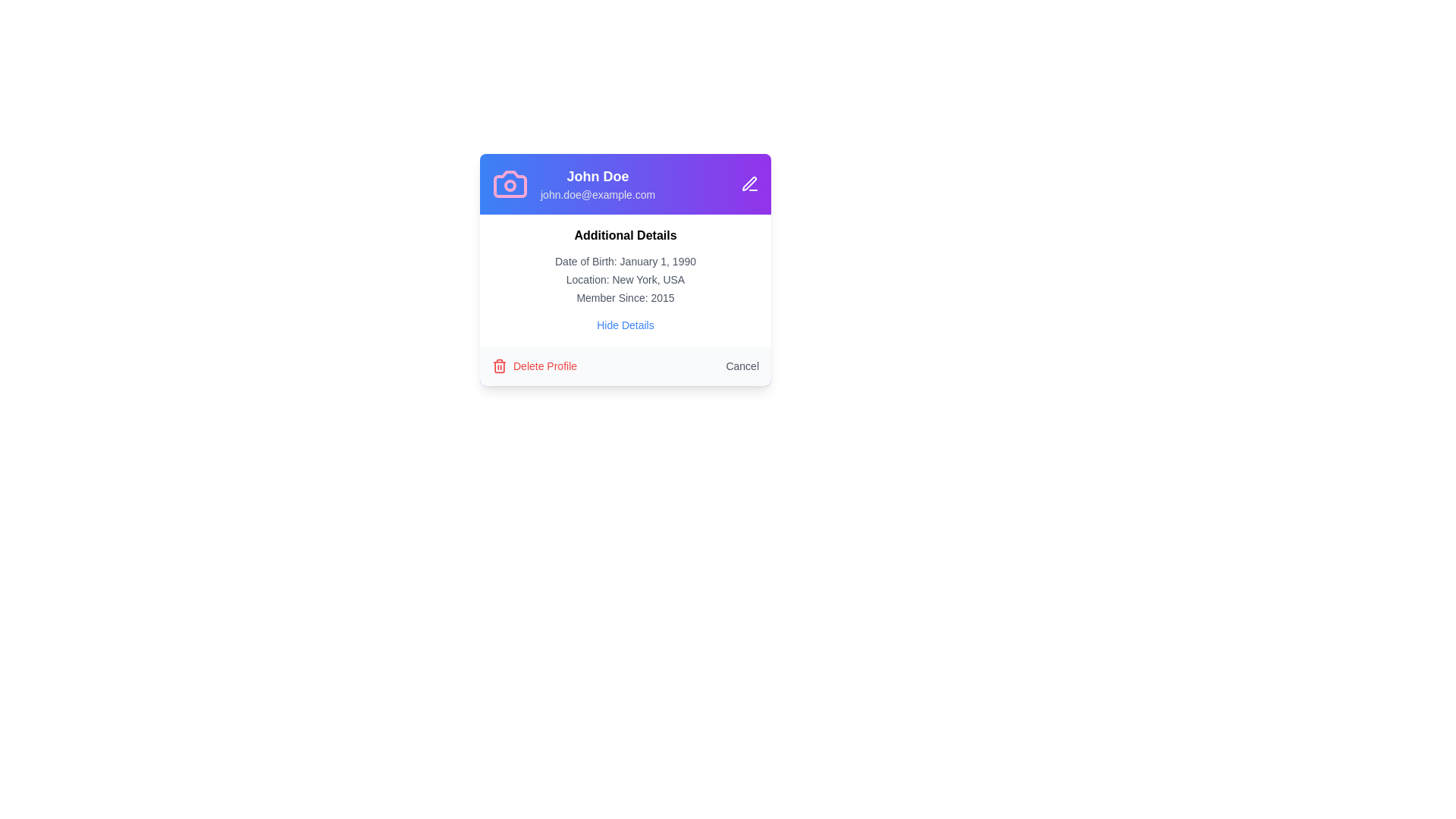  Describe the element at coordinates (626, 280) in the screenshot. I see `the static Text block displaying individual details located under 'Additional Details' and above 'Hide Details'` at that location.